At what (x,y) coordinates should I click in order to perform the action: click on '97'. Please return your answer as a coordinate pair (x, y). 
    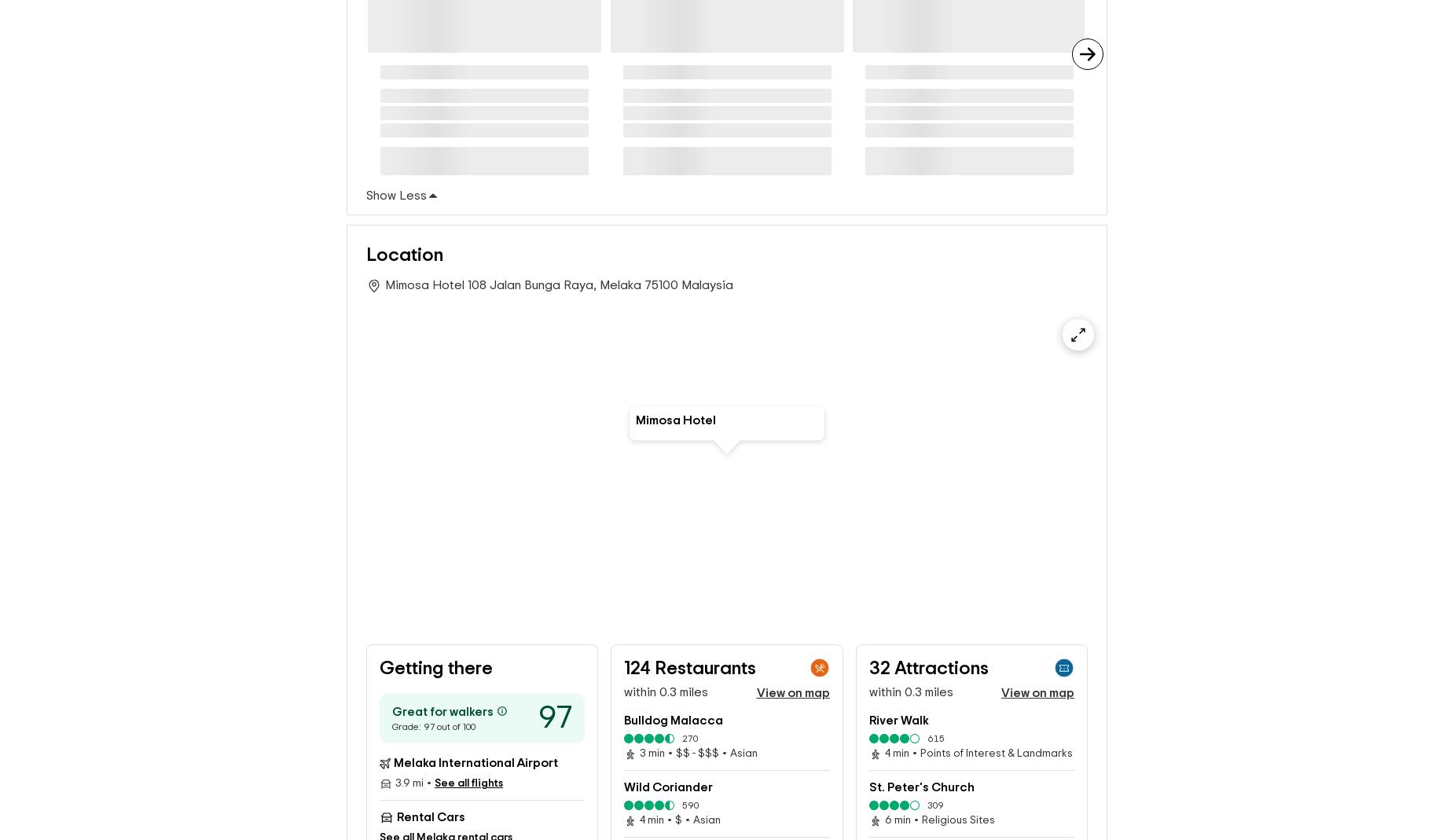
    Looking at the image, I should click on (538, 717).